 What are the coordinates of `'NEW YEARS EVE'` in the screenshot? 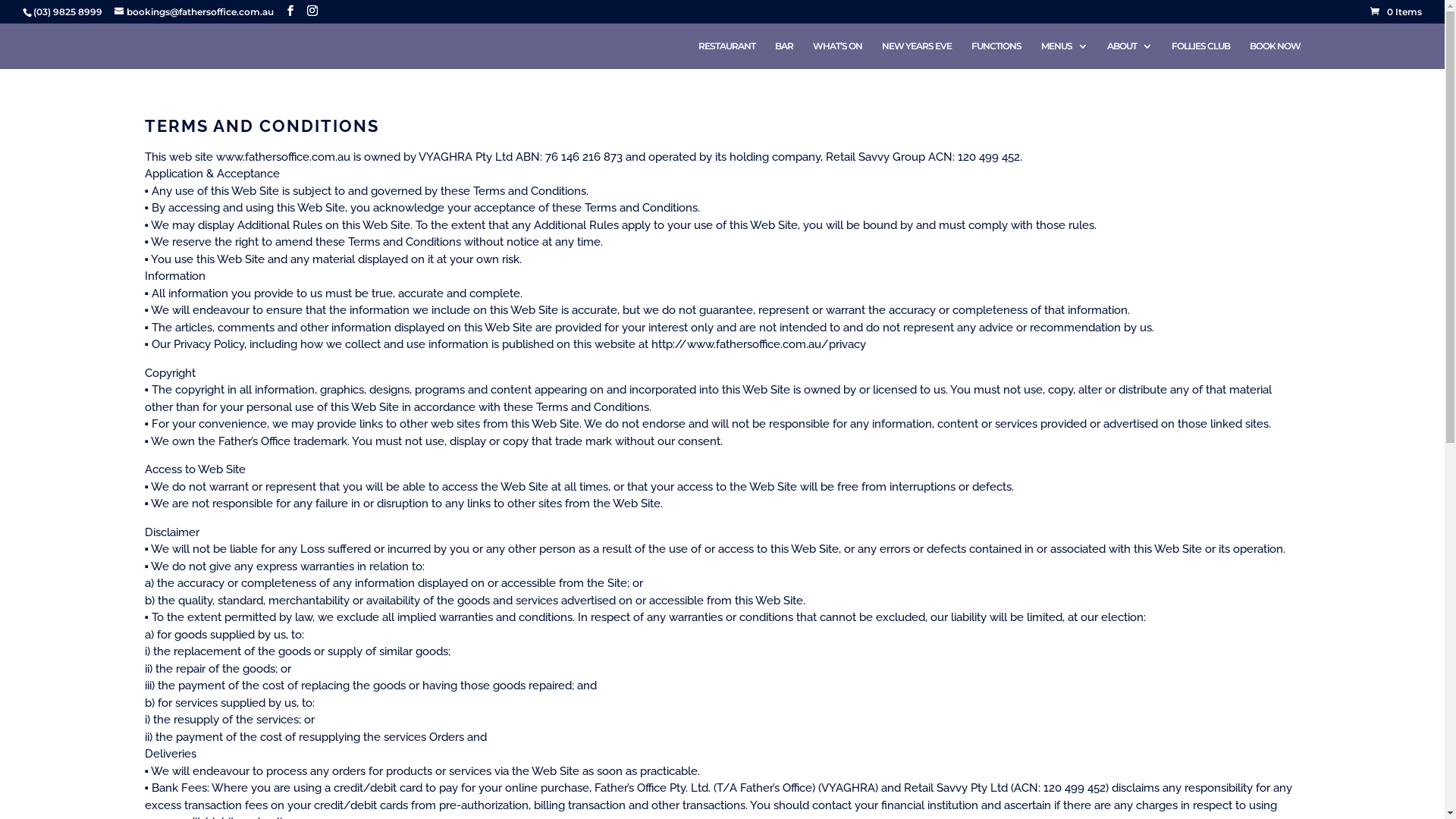 It's located at (915, 54).